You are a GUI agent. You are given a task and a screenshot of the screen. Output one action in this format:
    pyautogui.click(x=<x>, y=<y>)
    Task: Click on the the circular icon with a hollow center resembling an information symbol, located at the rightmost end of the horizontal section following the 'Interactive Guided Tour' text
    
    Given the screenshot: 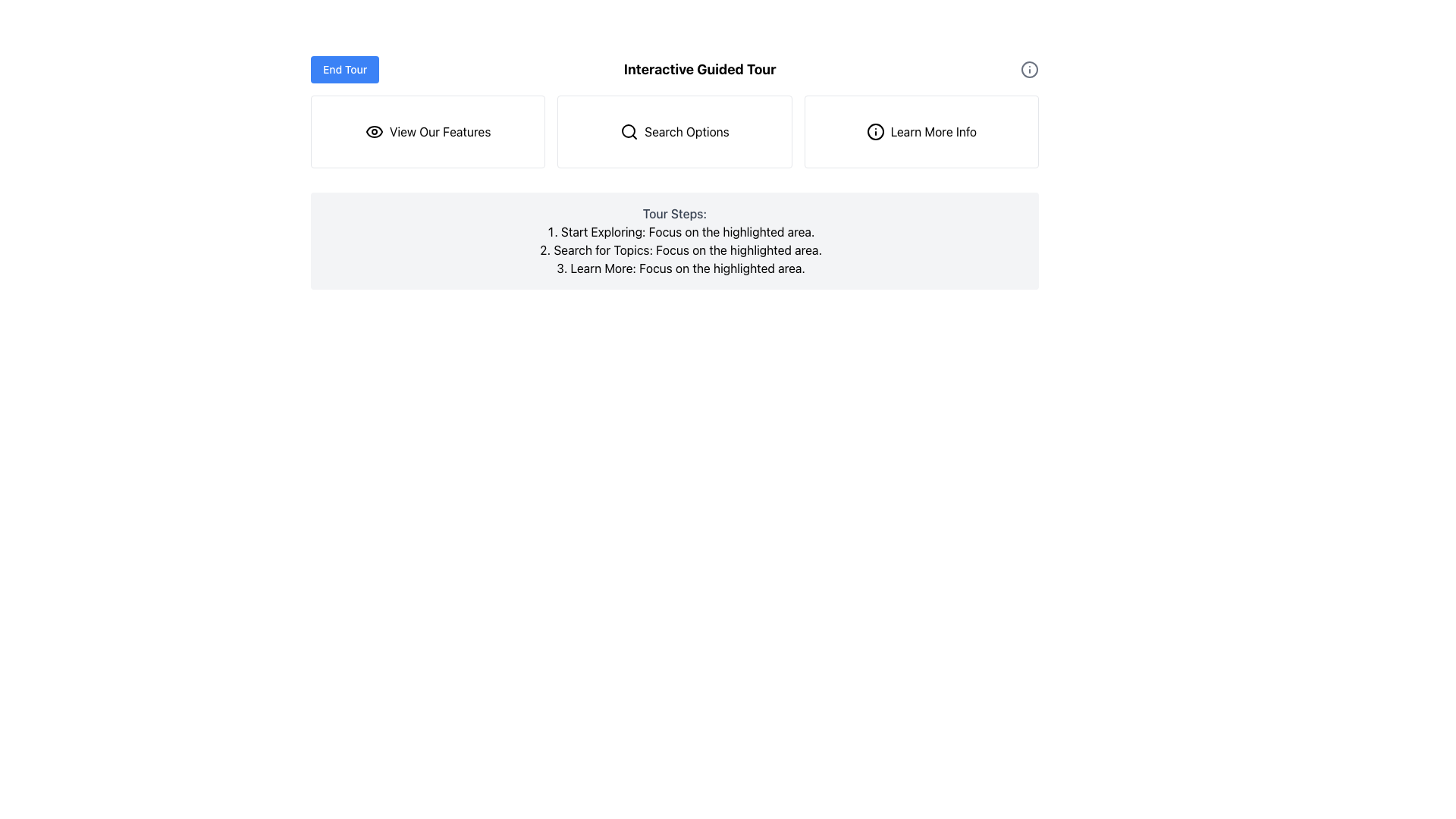 What is the action you would take?
    pyautogui.click(x=1030, y=70)
    